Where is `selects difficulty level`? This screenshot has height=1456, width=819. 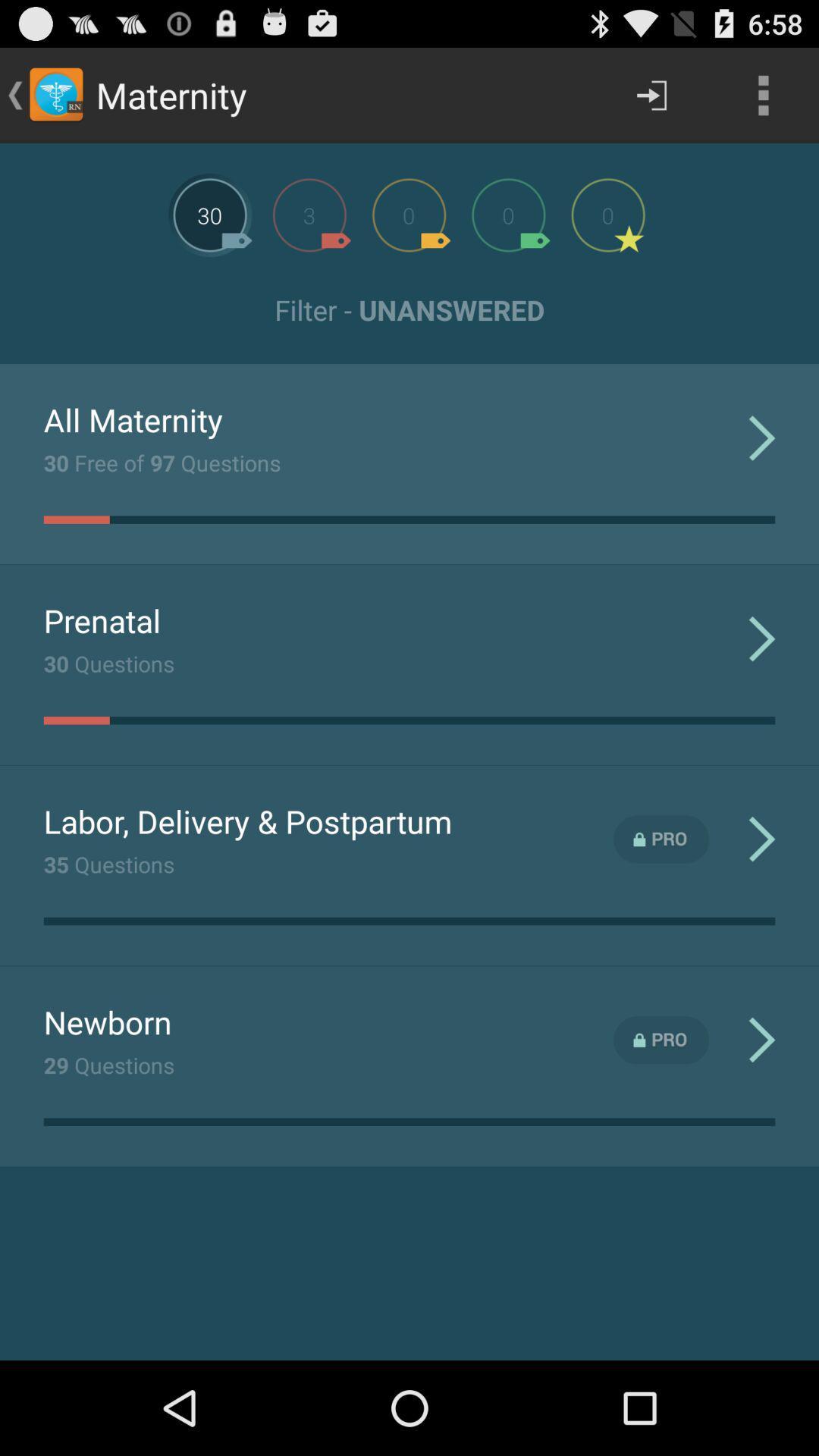 selects difficulty level is located at coordinates (309, 214).